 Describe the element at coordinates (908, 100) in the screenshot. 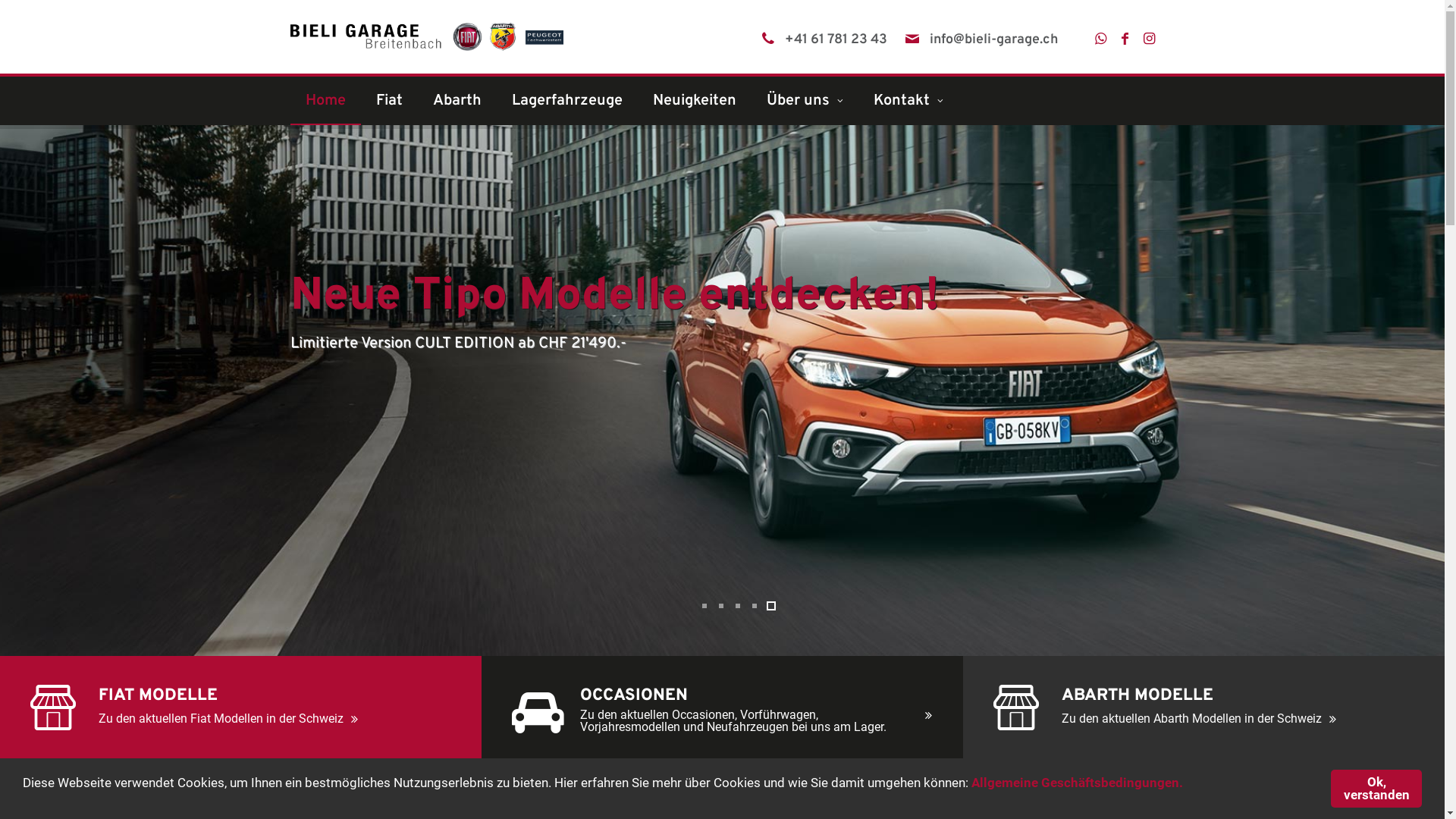

I see `'Kontakt'` at that location.